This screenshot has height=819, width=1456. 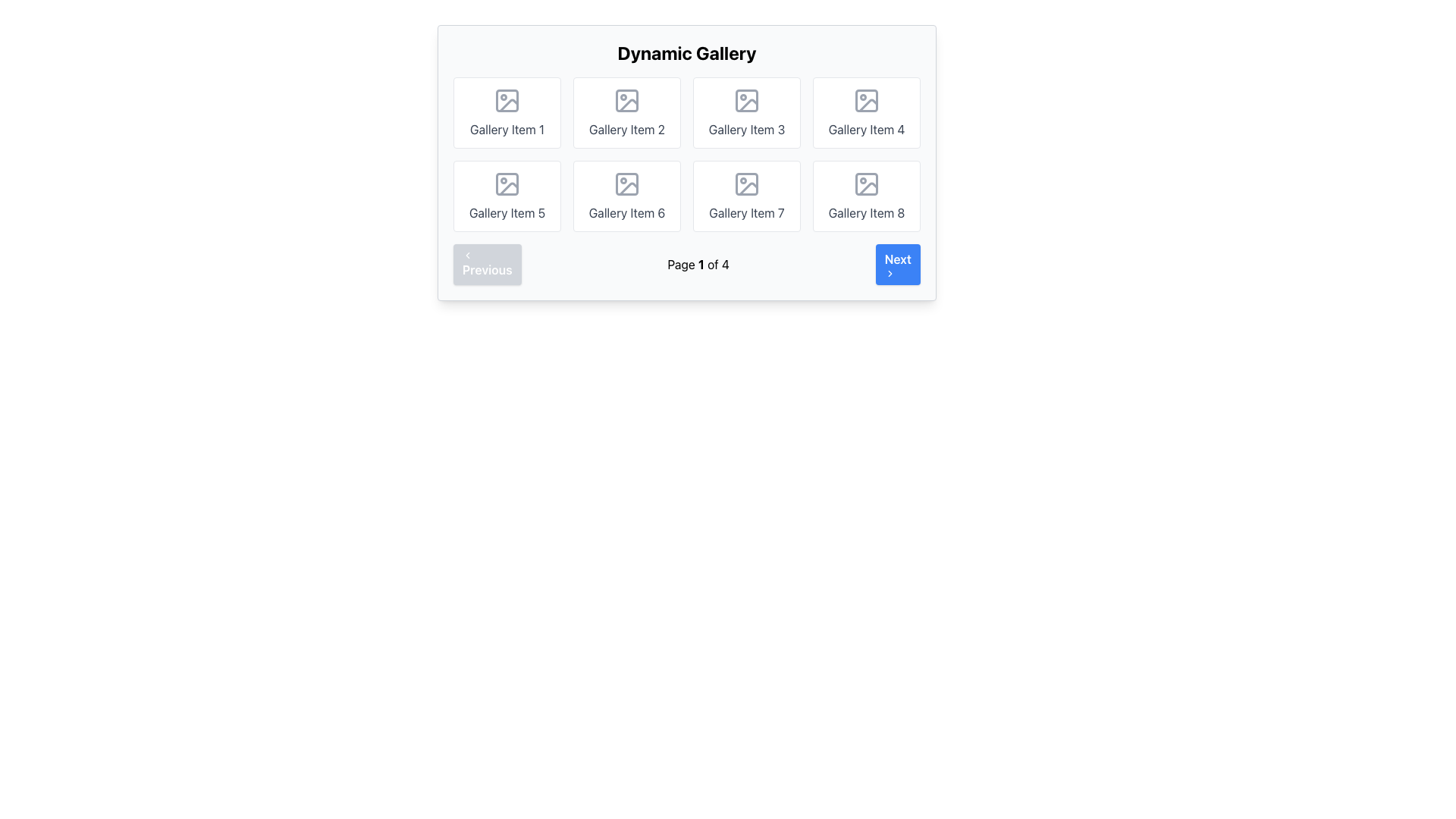 I want to click on the icon representing 'Gallery Item 3' in the 'Dynamic Gallery' section, so click(x=746, y=100).